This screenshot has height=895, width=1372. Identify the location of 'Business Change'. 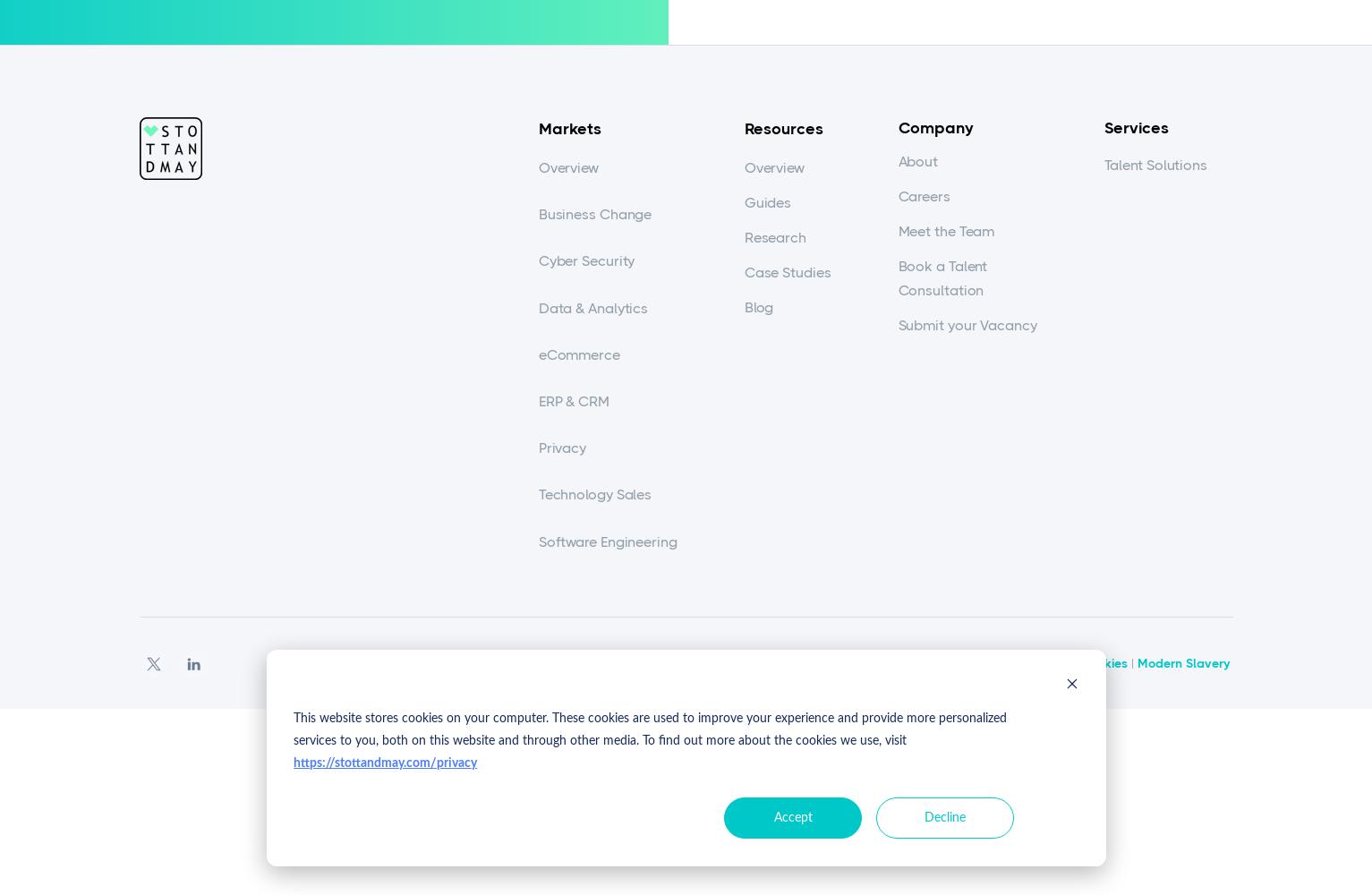
(594, 213).